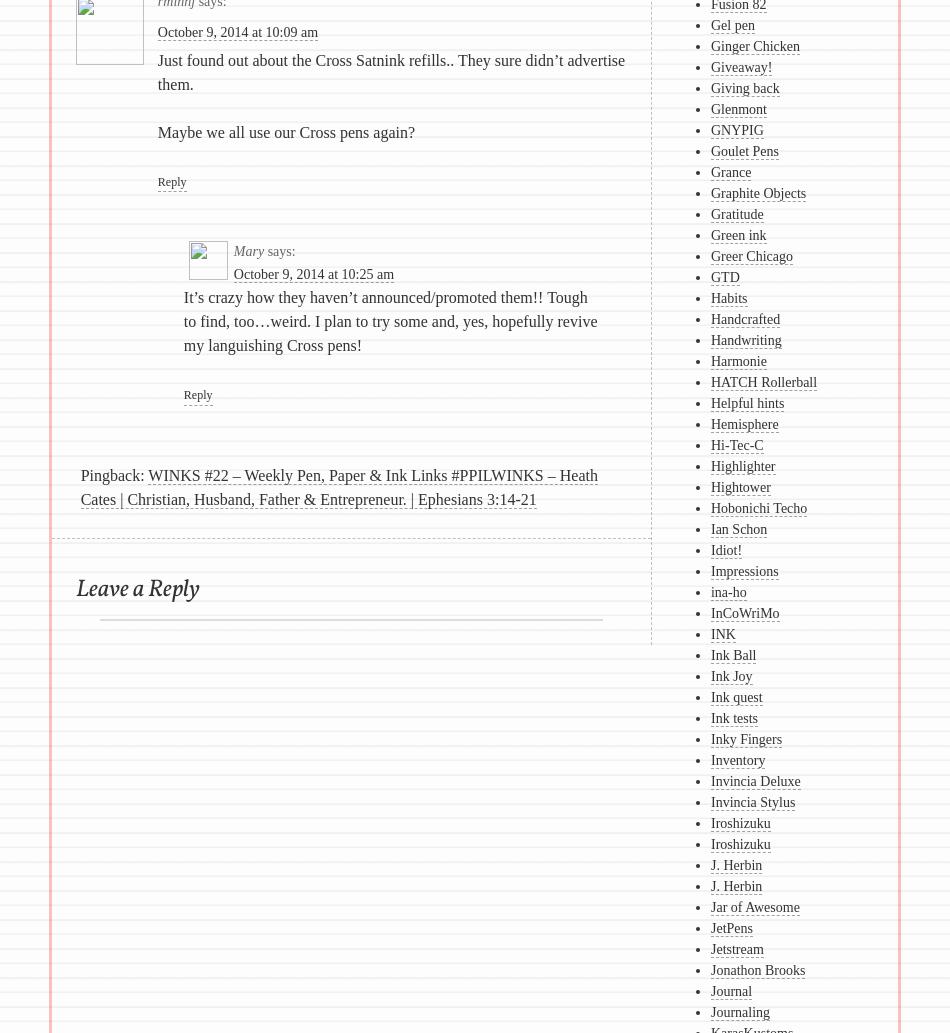  Describe the element at coordinates (737, 528) in the screenshot. I see `'Ian Schon'` at that location.